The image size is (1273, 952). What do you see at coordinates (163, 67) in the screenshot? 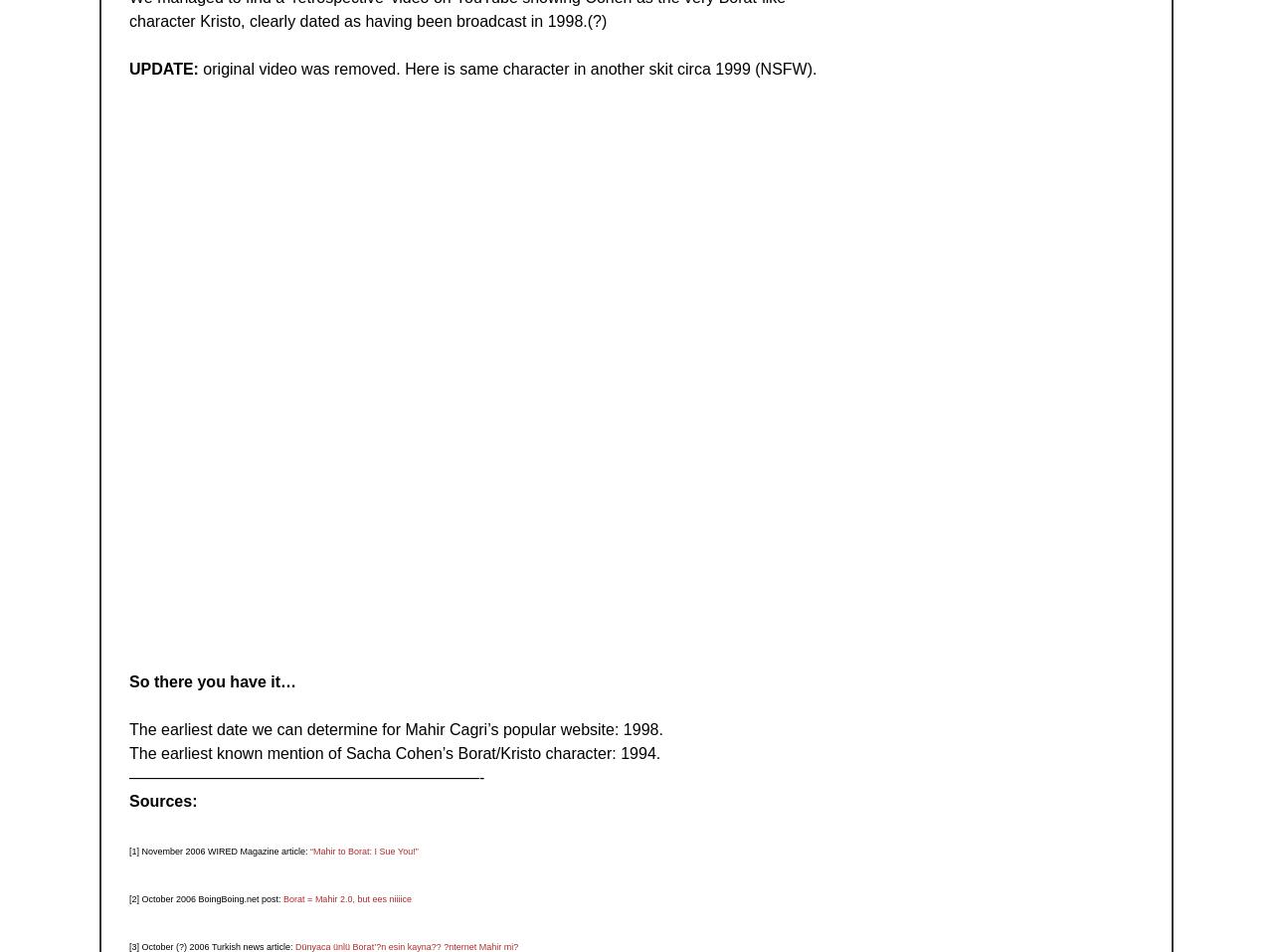
I see `'UPDATE:'` at bounding box center [163, 67].